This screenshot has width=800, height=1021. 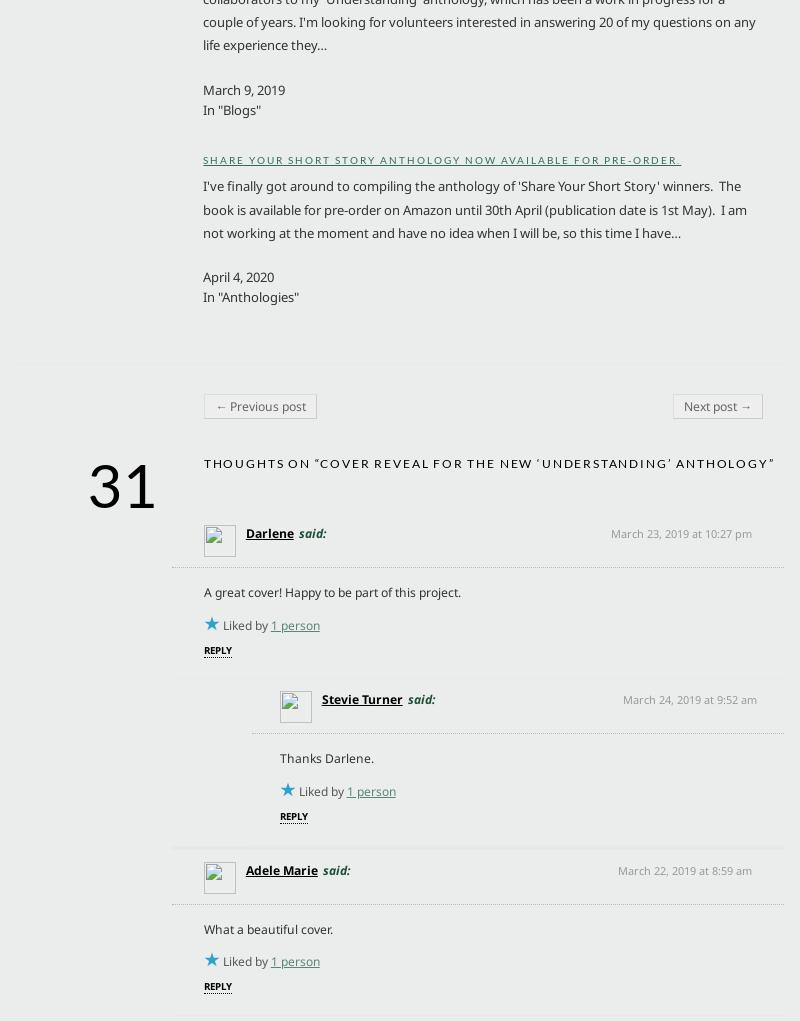 I want to click on 'A great cover! Happy to be part of this project.', so click(x=330, y=591).